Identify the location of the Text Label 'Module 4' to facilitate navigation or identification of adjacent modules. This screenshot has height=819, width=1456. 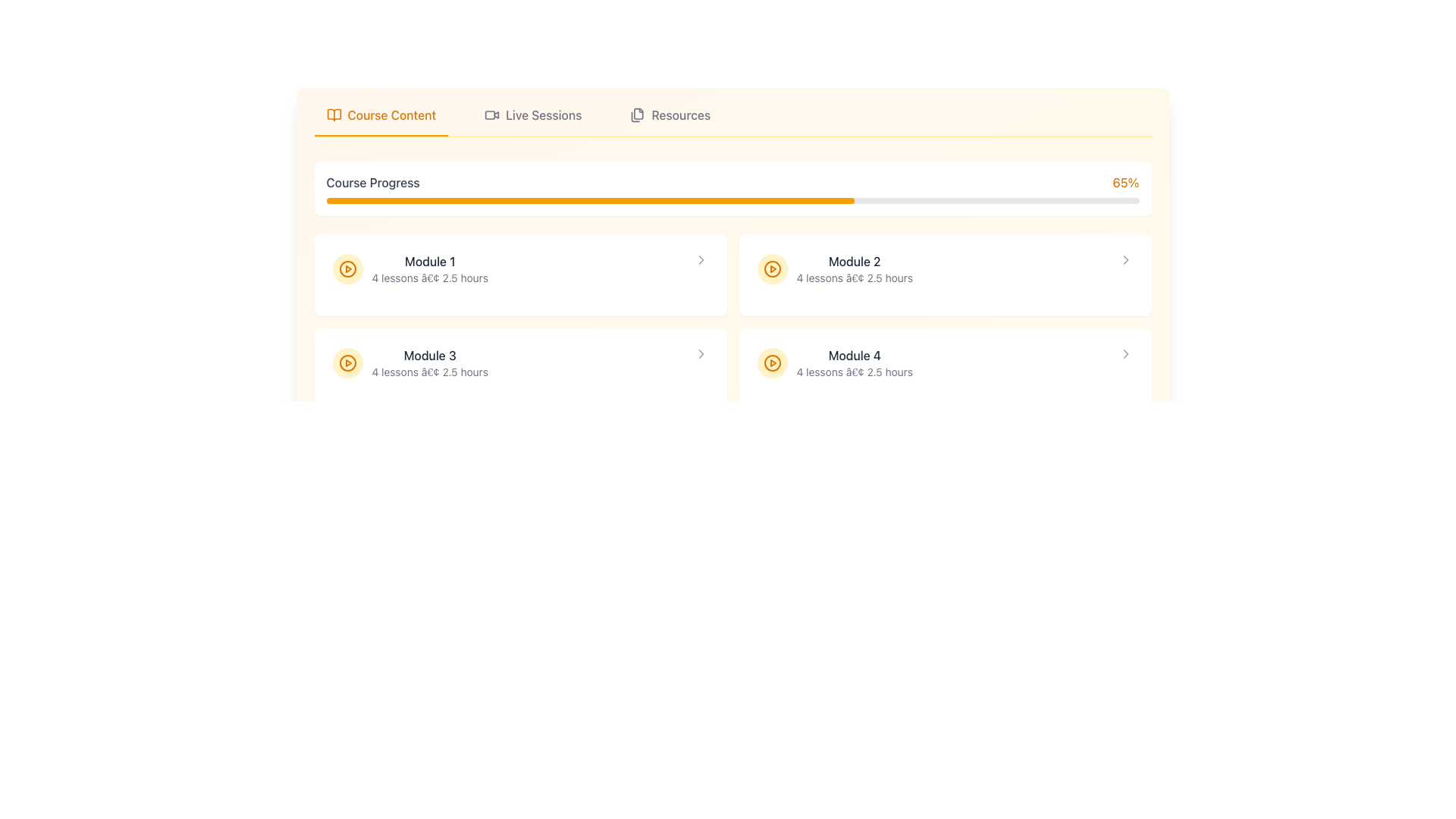
(855, 356).